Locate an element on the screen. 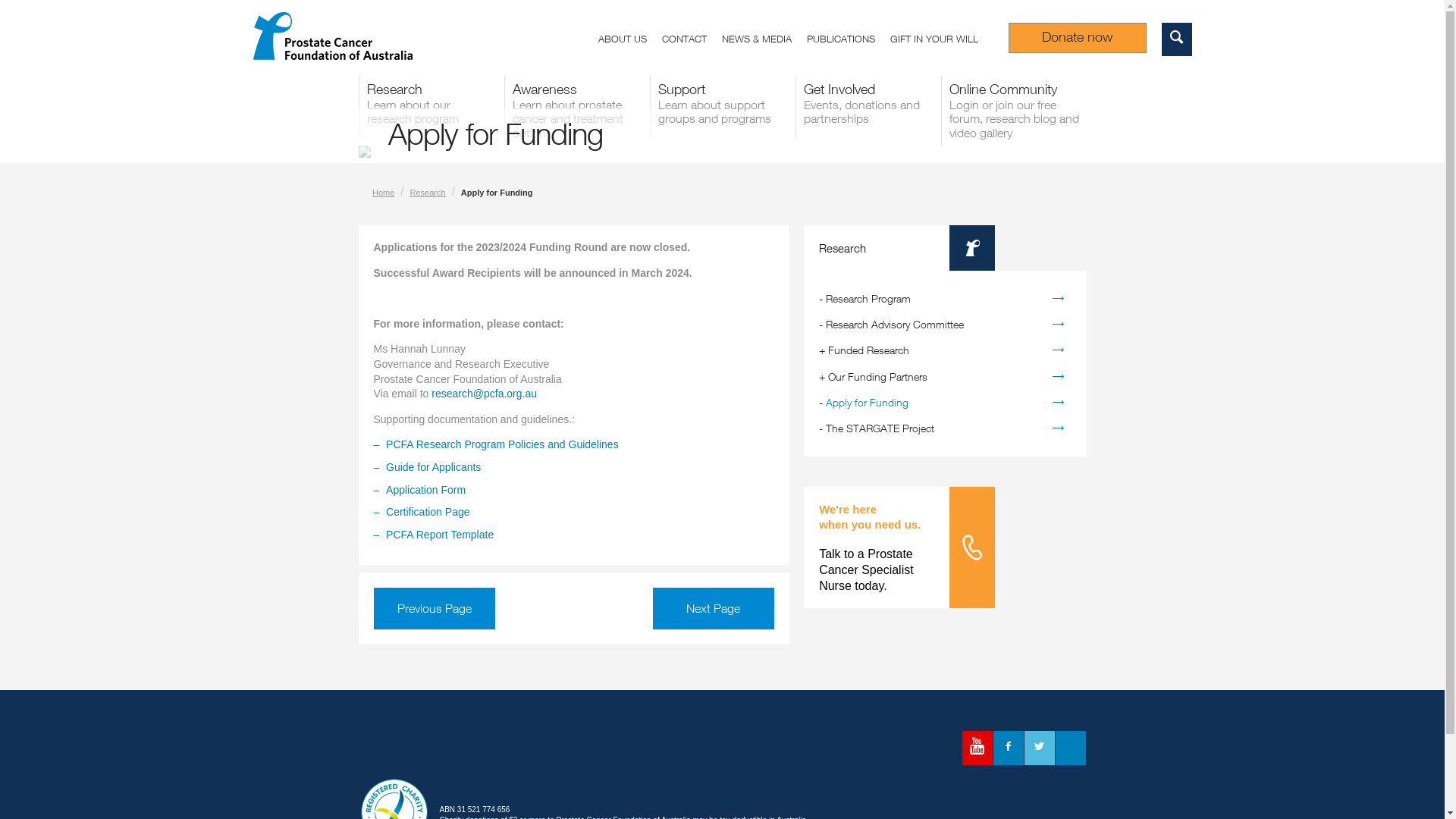 This screenshot has height=819, width=1456. 'ABOUT US' is located at coordinates (629, 40).